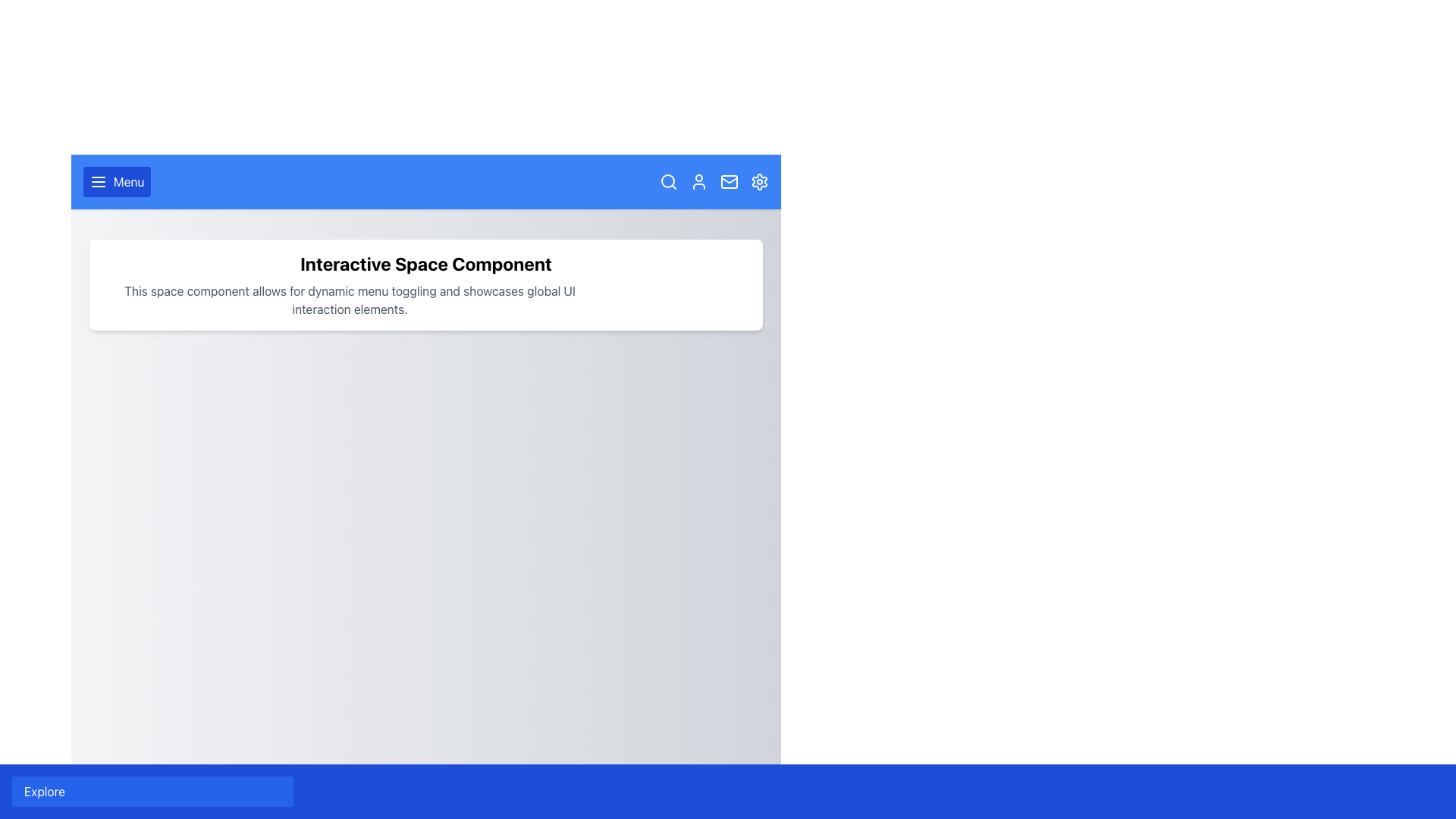  I want to click on the cogwheel icon button located in the top-right corner of the interface, so click(760, 180).